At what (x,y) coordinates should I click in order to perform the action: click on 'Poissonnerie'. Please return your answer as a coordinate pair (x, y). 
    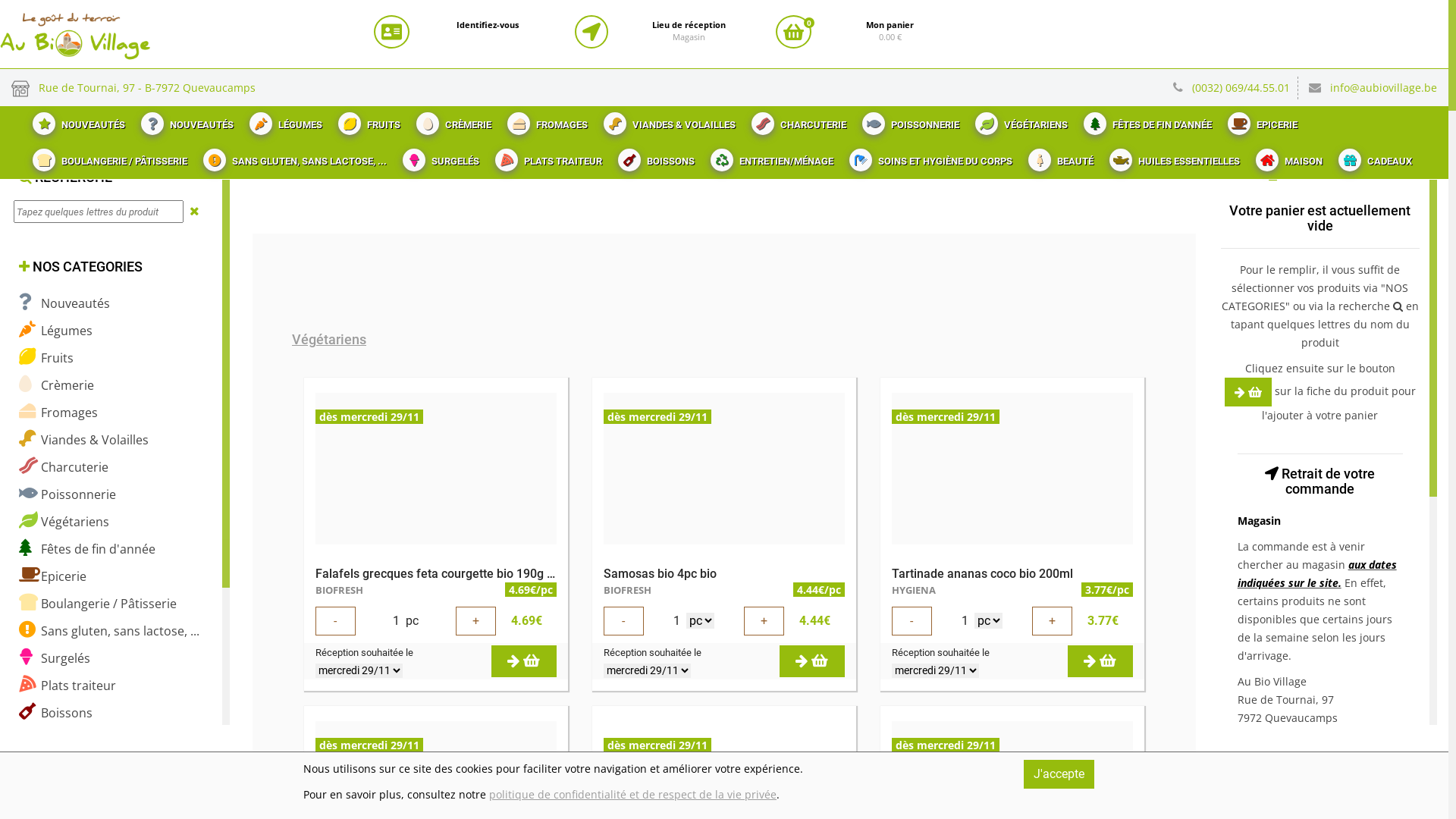
    Looking at the image, I should click on (18, 494).